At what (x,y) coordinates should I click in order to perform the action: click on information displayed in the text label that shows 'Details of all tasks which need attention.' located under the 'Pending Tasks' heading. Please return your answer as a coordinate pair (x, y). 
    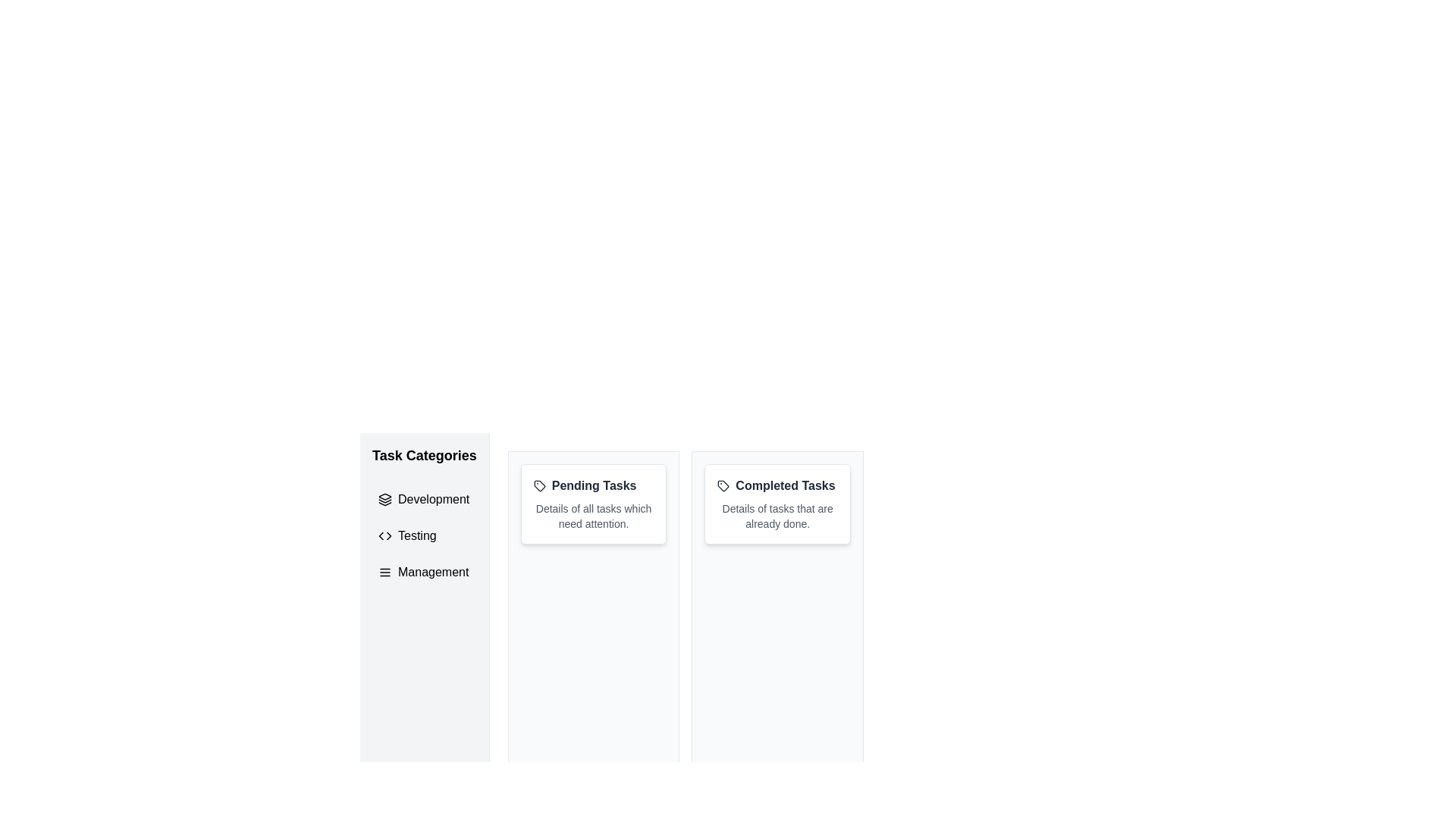
    Looking at the image, I should click on (592, 516).